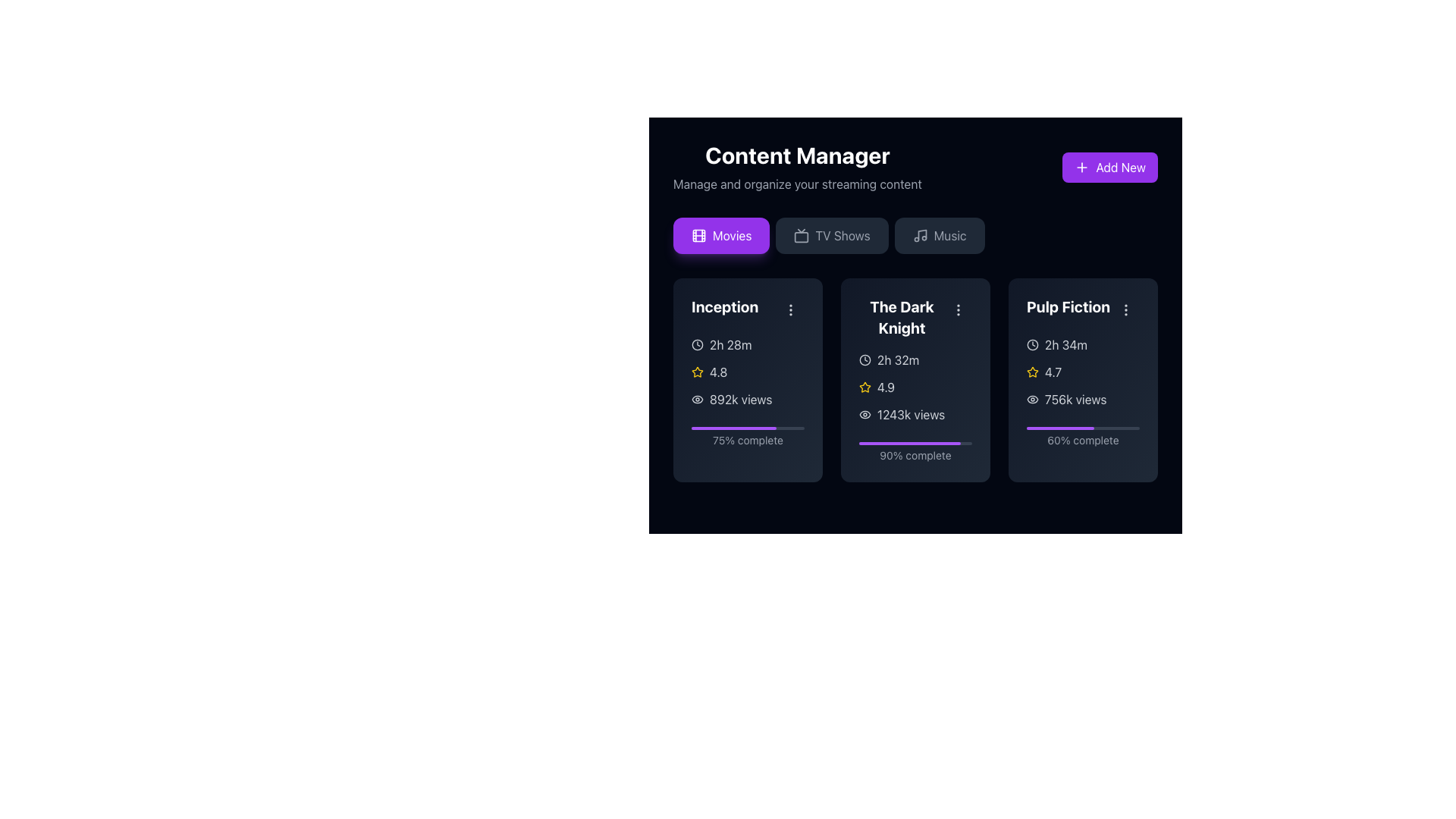  What do you see at coordinates (919, 236) in the screenshot?
I see `the 'Music' button which contains the small gray music note icon, located below the title 'Content Manager' and to the right of the 'TV Shows' button` at bounding box center [919, 236].